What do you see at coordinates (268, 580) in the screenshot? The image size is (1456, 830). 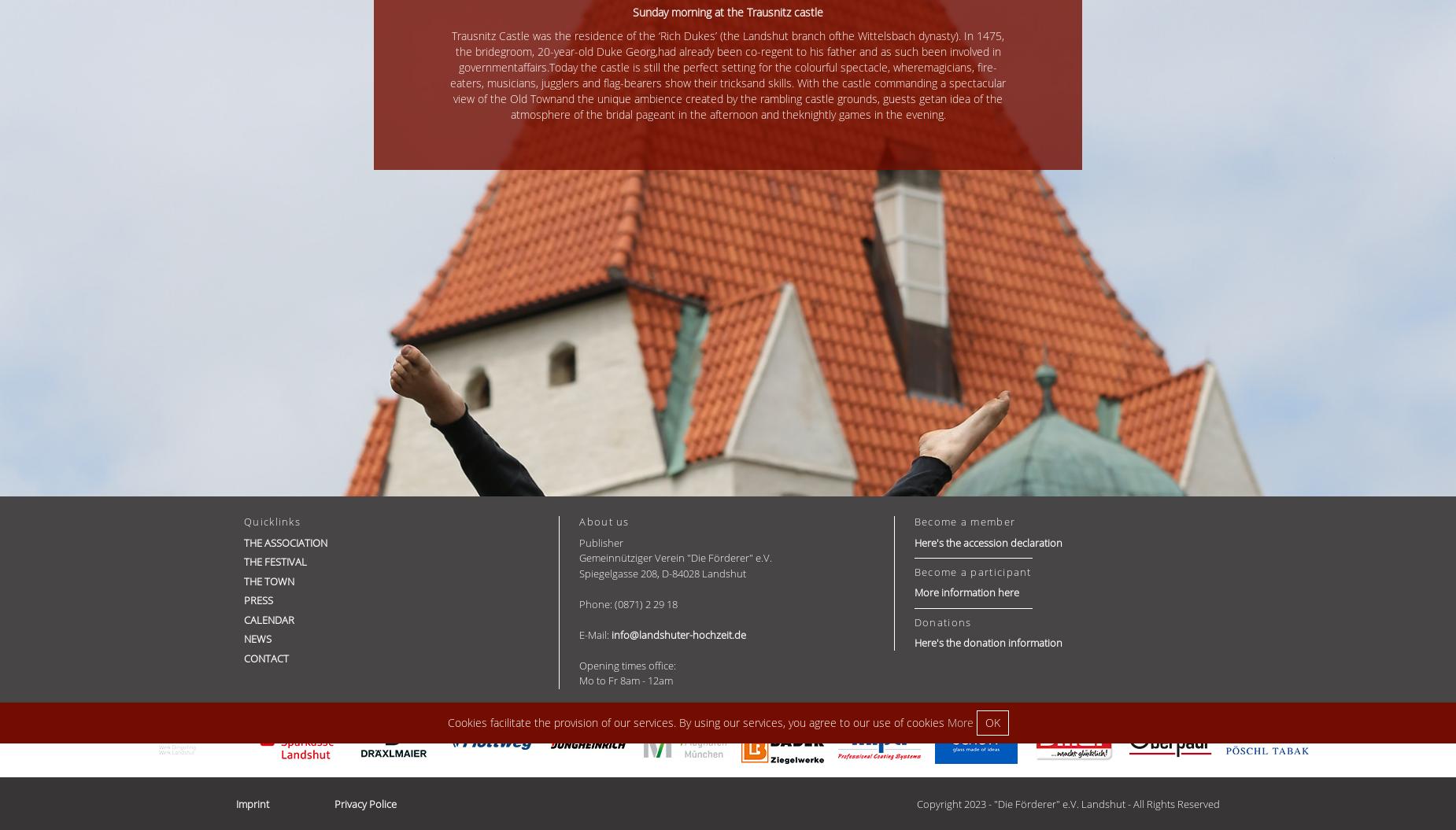 I see `'THE TOWN'` at bounding box center [268, 580].